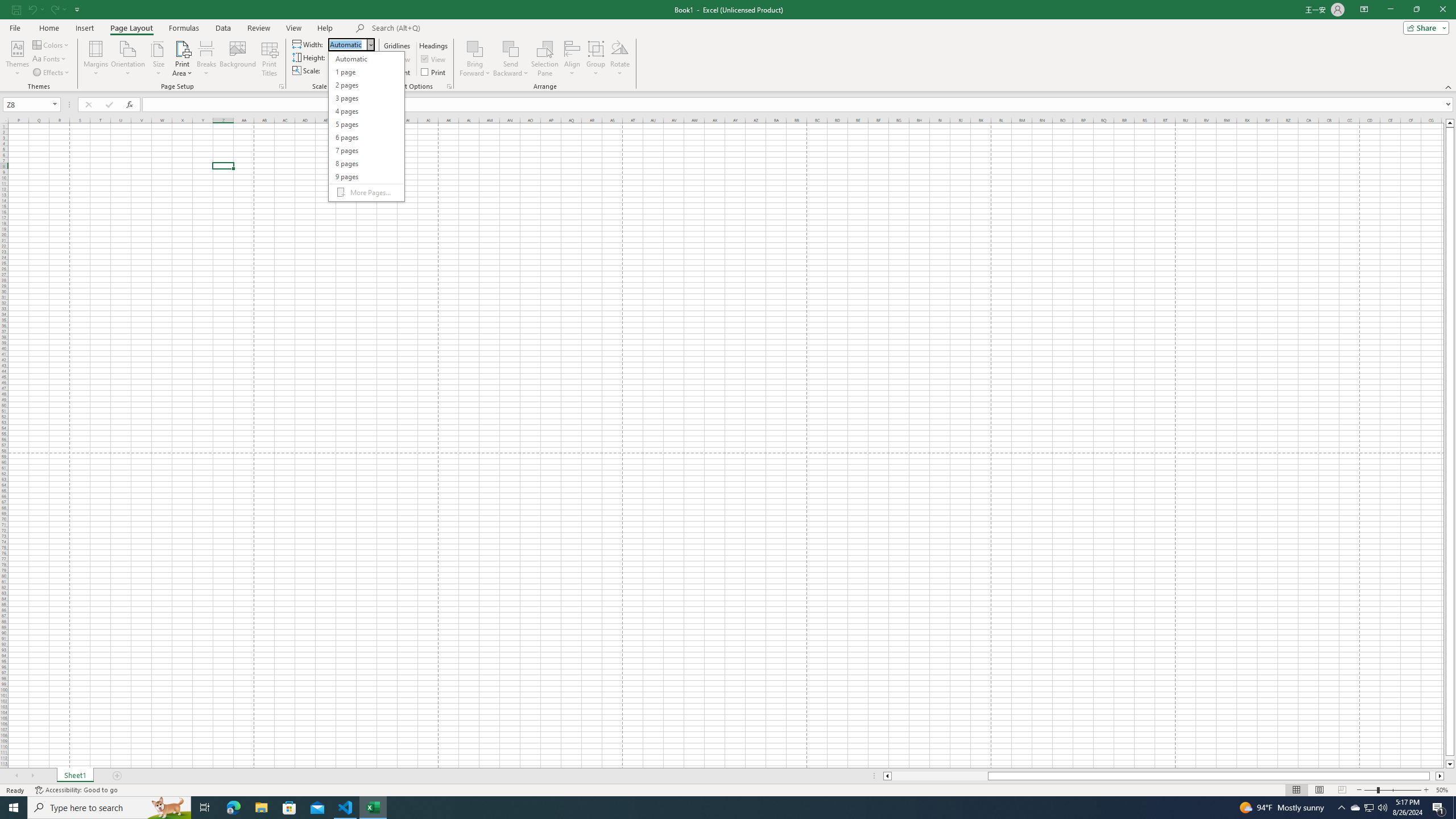 This screenshot has width=1456, height=819. Describe the element at coordinates (1423, 27) in the screenshot. I see `'Share'` at that location.